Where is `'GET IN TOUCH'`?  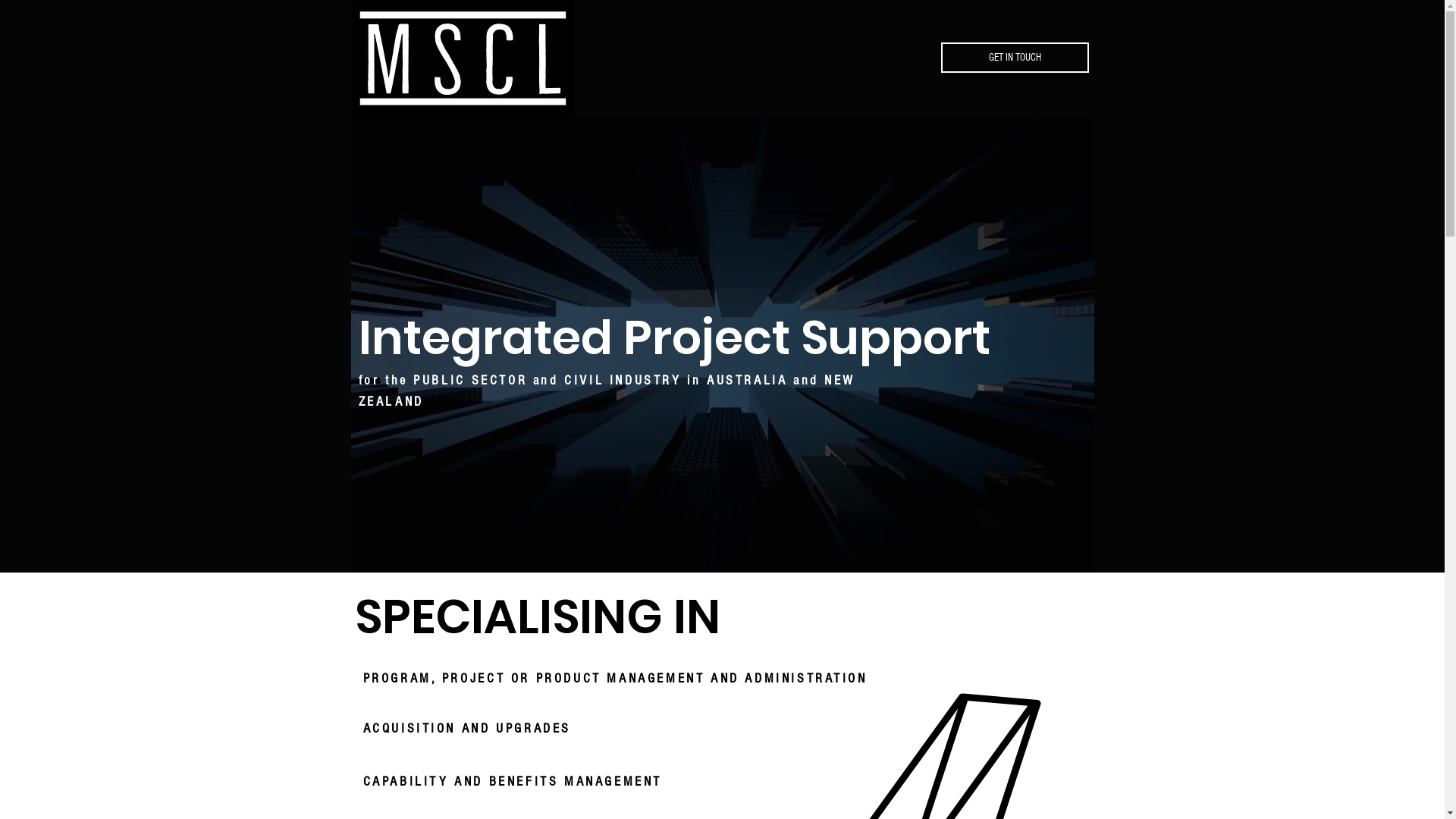
'GET IN TOUCH' is located at coordinates (1014, 57).